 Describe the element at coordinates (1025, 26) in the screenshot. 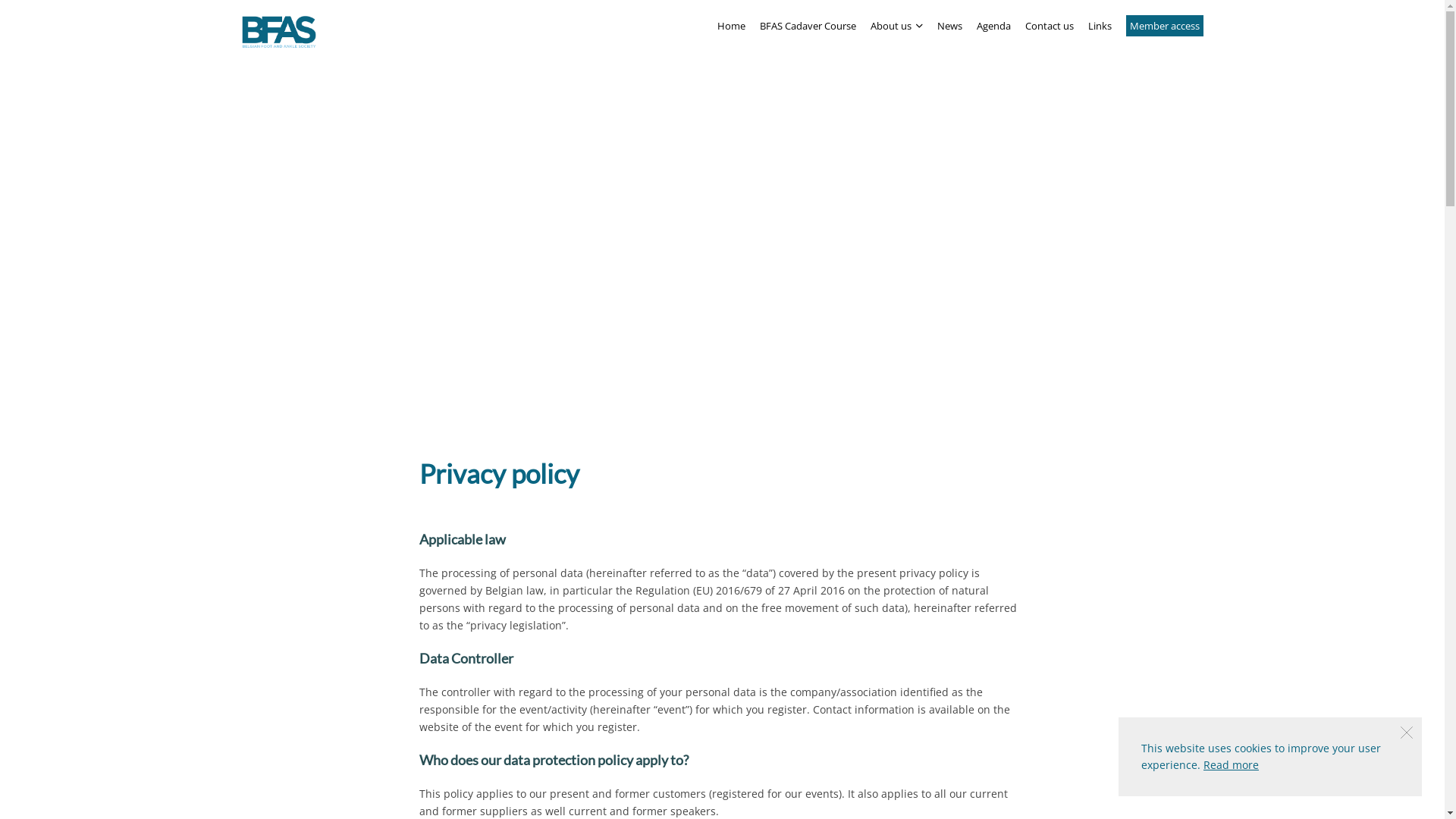

I see `'Contact us'` at that location.